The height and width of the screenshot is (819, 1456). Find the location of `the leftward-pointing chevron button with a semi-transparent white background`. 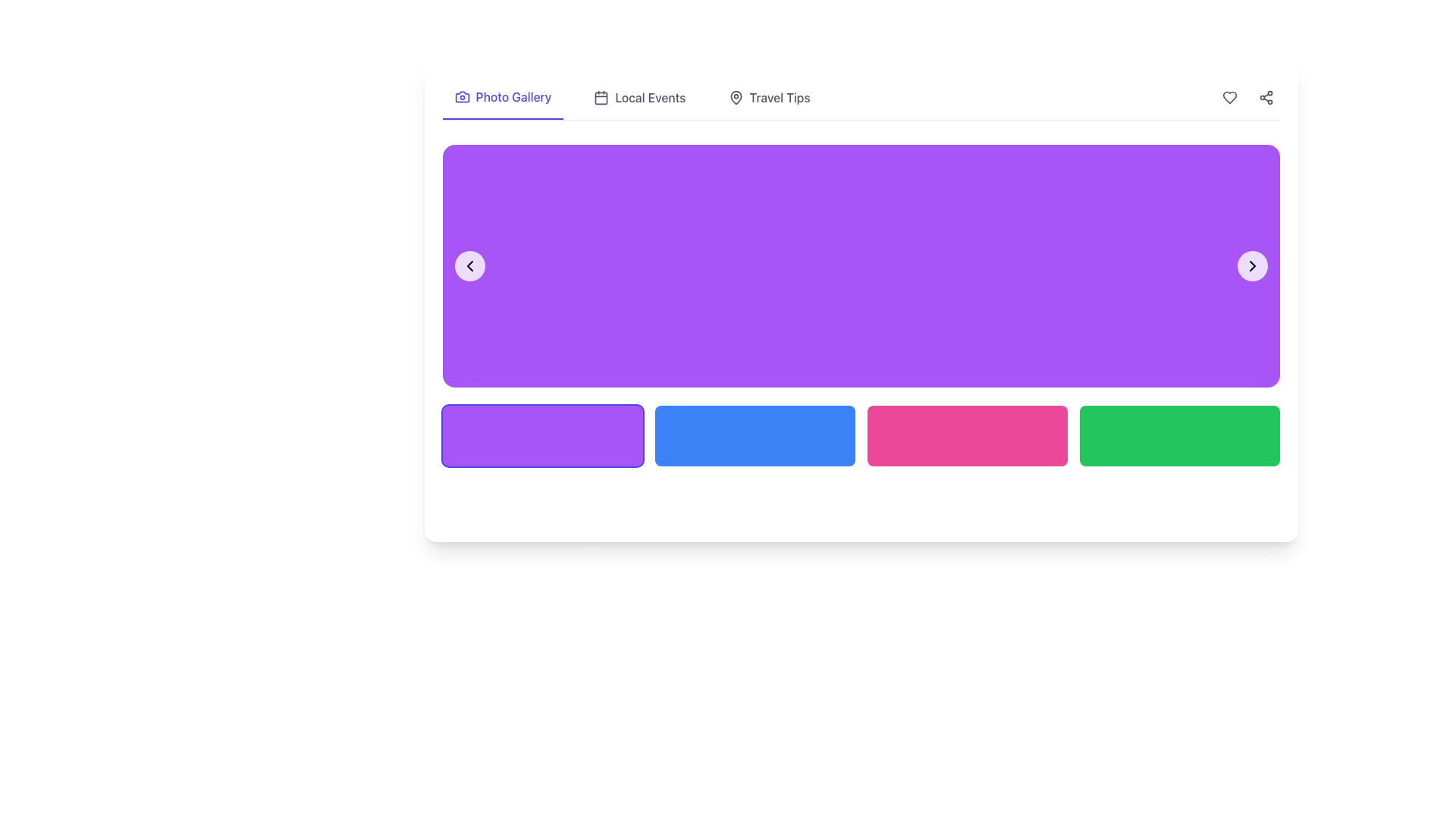

the leftward-pointing chevron button with a semi-transparent white background is located at coordinates (469, 265).